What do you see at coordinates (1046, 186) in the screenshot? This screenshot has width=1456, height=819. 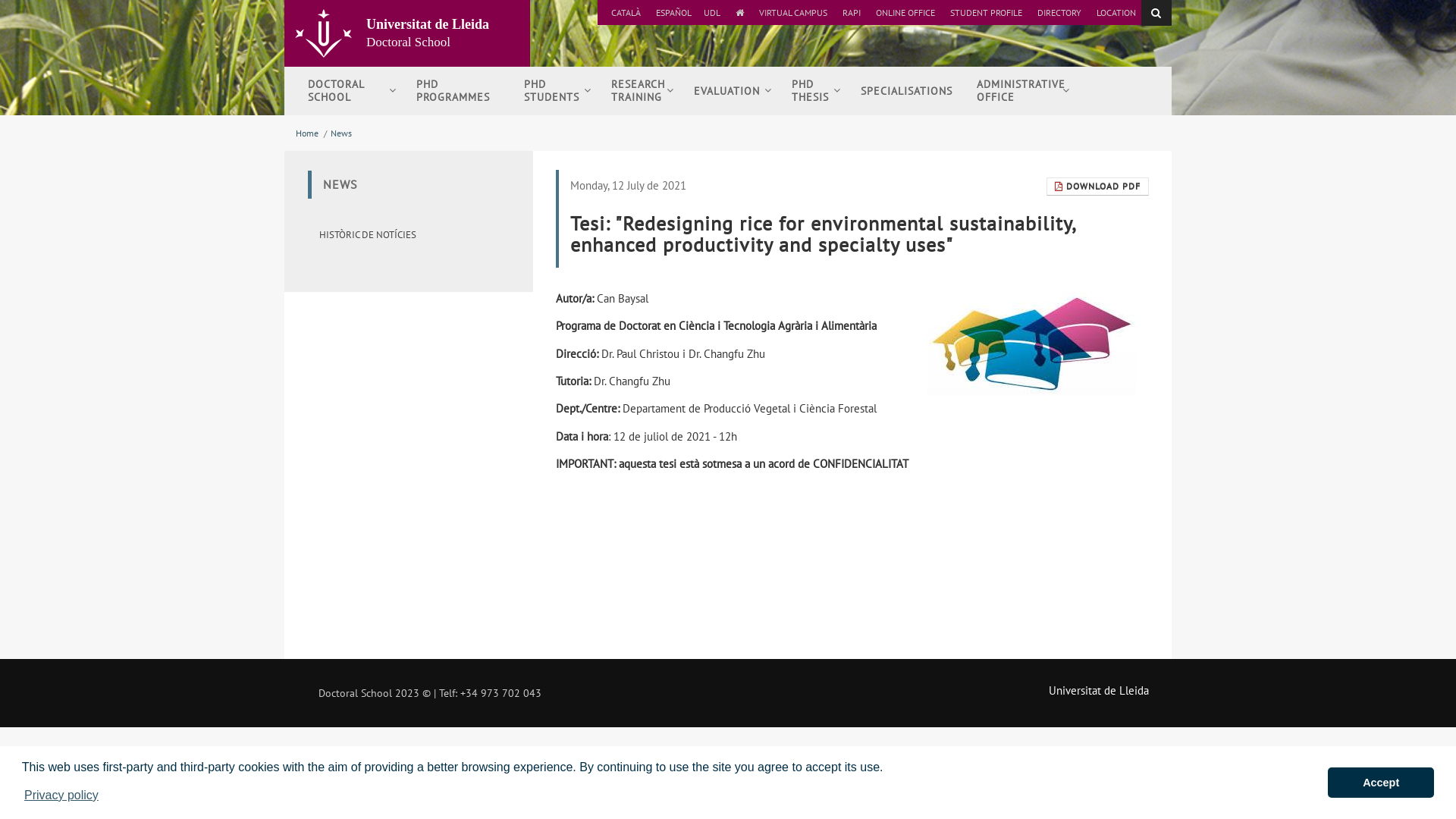 I see `' DOWNLOAD PDF'` at bounding box center [1046, 186].